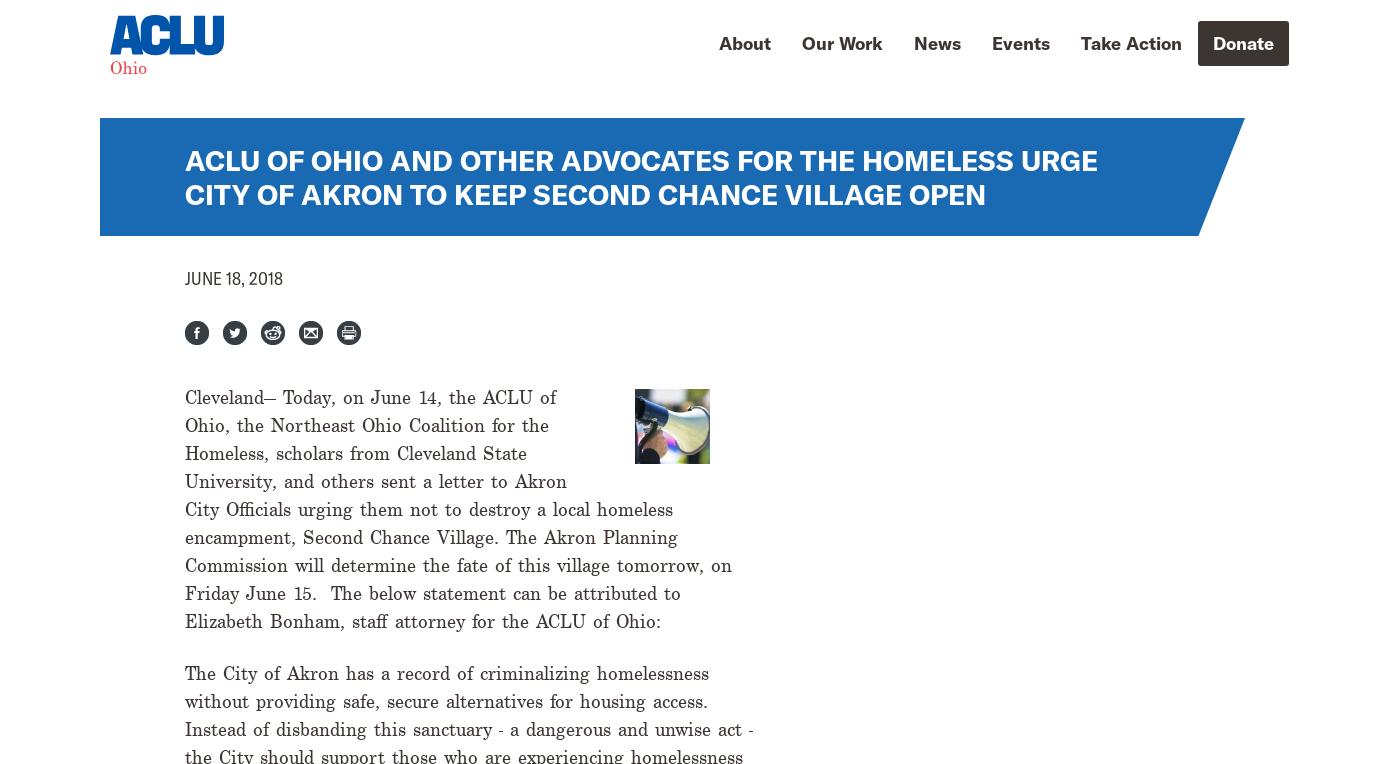  What do you see at coordinates (244, 332) in the screenshot?
I see `'Facebook'` at bounding box center [244, 332].